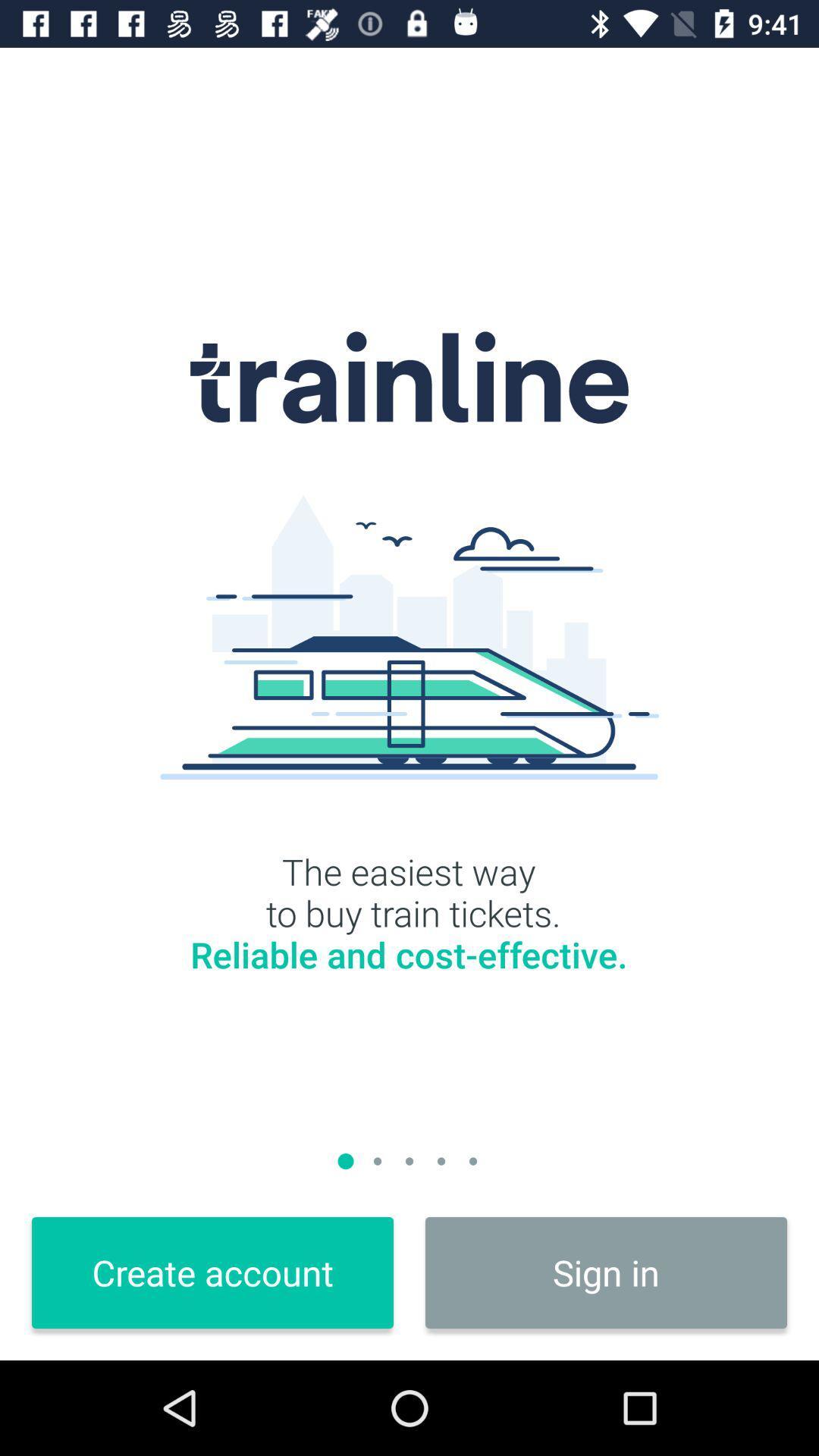  I want to click on sign in item, so click(605, 1272).